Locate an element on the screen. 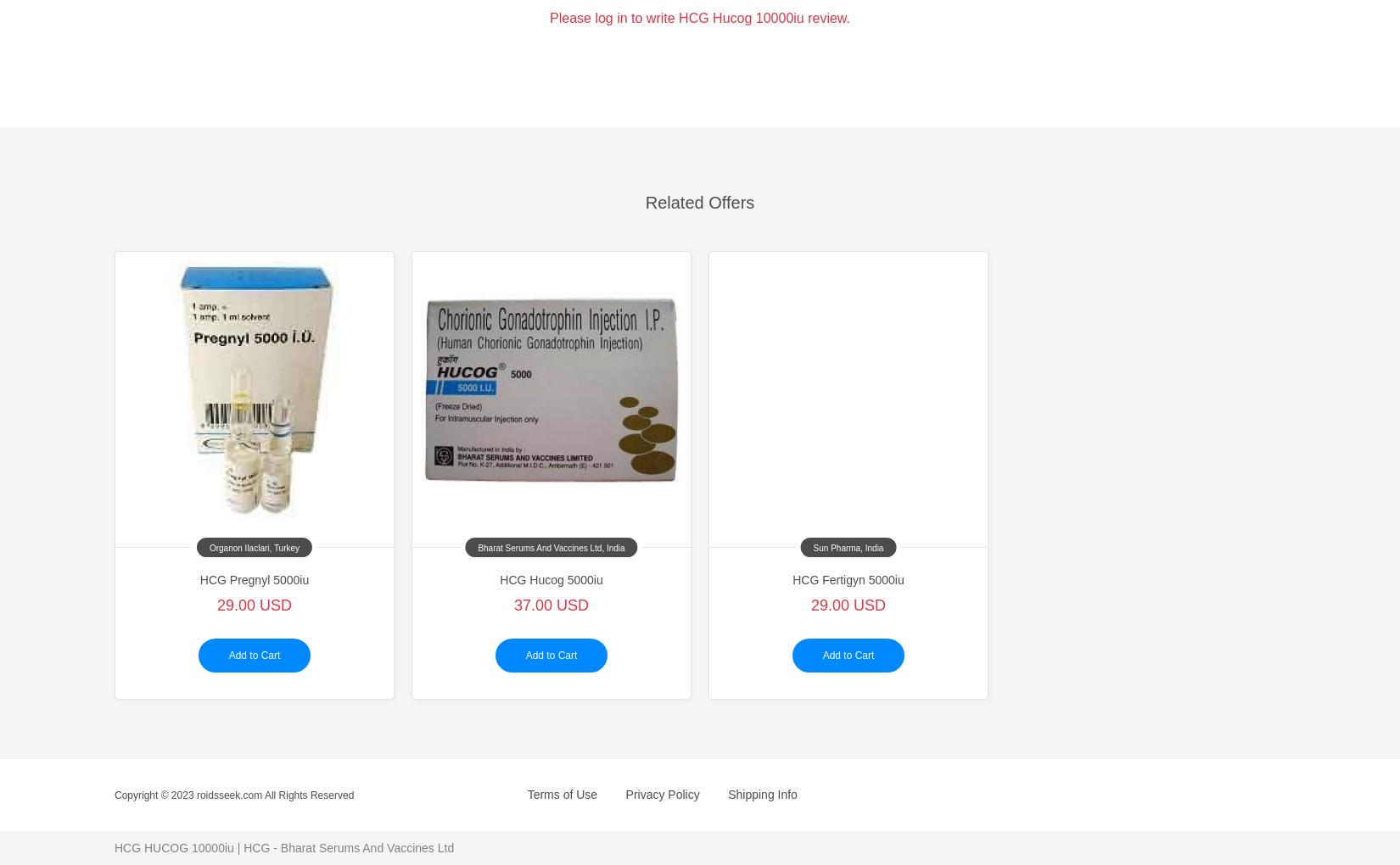  'Related Offers' is located at coordinates (643, 202).